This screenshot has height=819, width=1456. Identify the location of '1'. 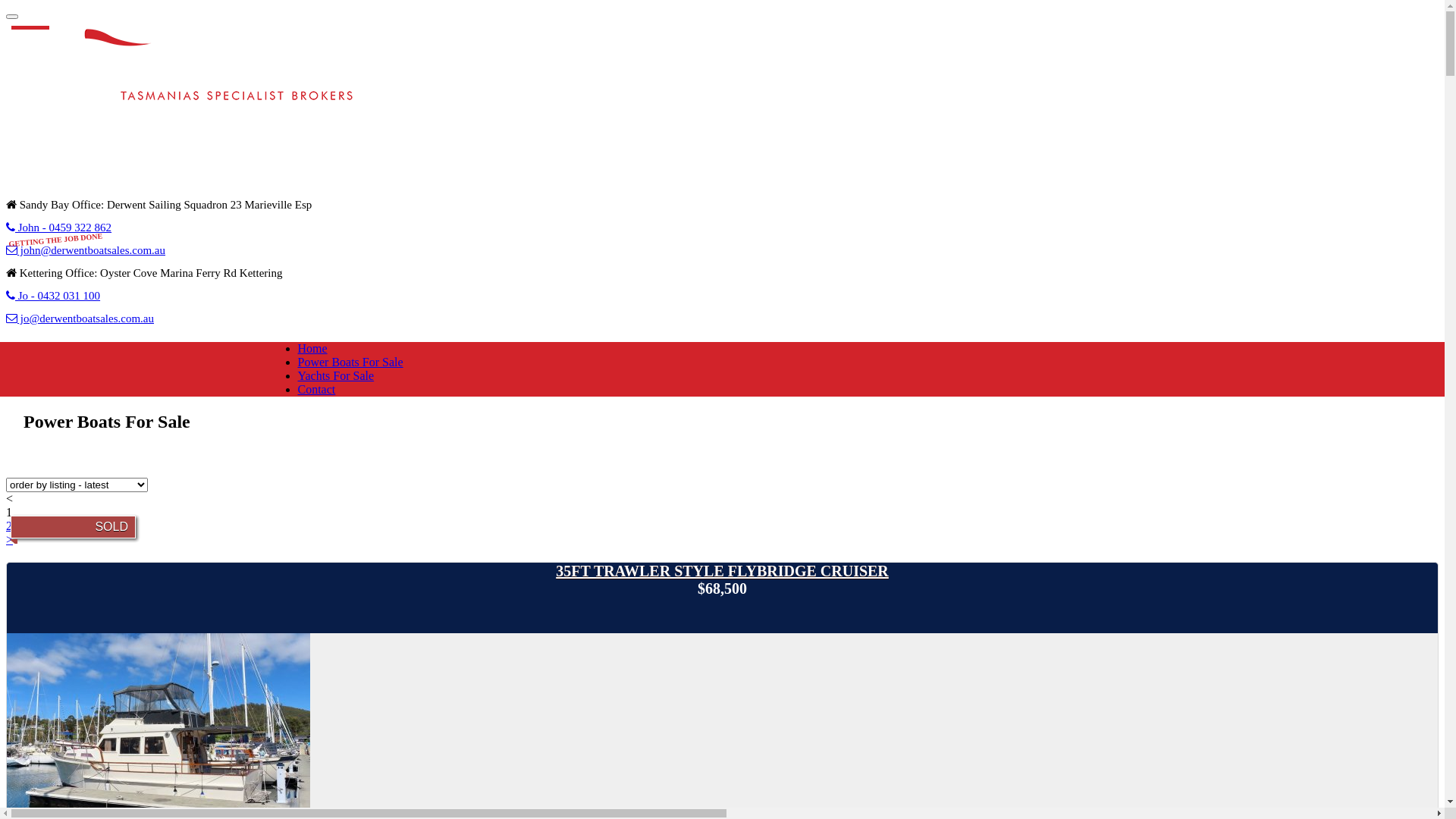
(6, 512).